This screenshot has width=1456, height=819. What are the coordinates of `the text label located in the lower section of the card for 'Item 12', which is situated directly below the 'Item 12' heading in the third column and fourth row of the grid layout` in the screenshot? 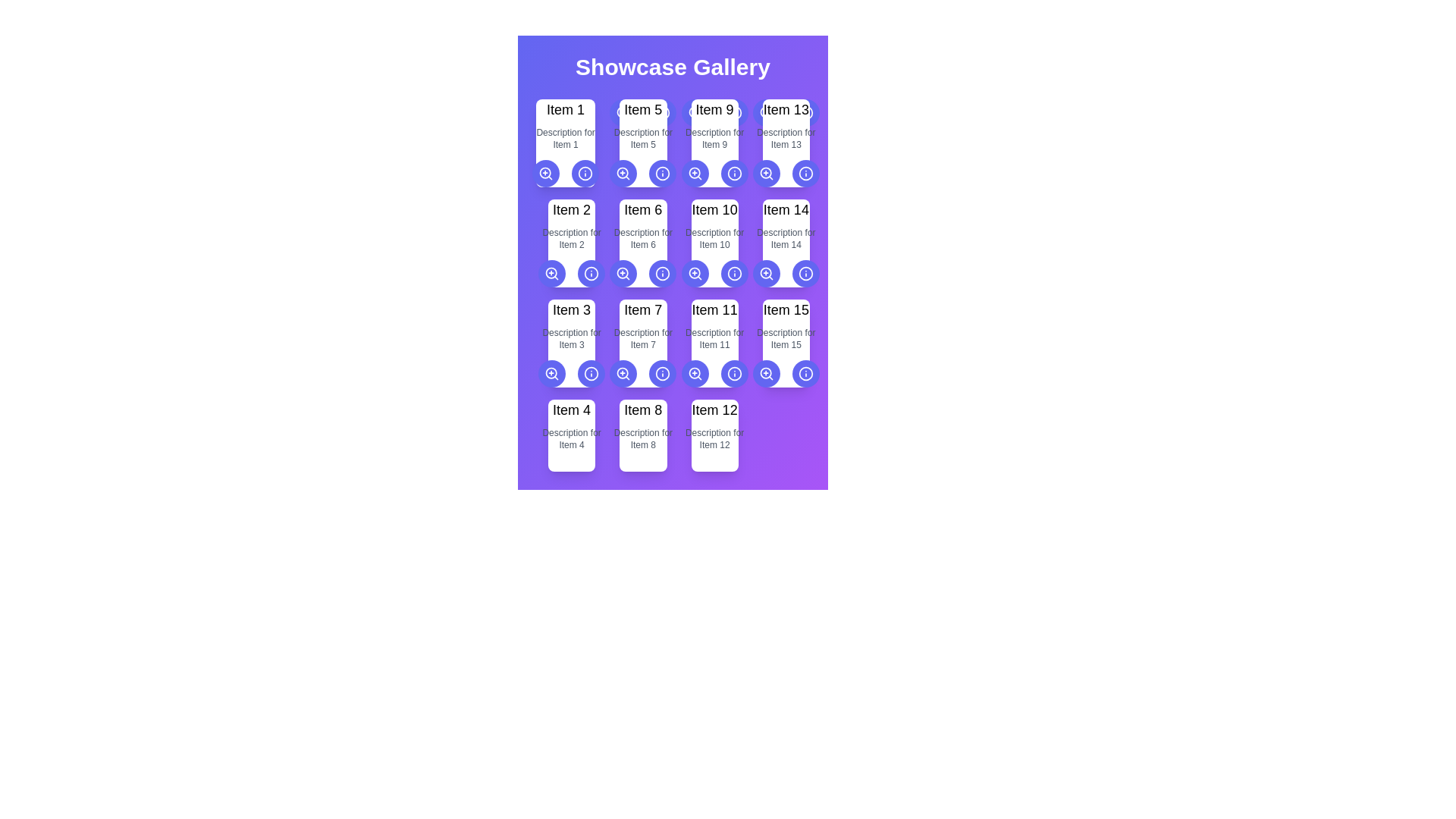 It's located at (714, 438).